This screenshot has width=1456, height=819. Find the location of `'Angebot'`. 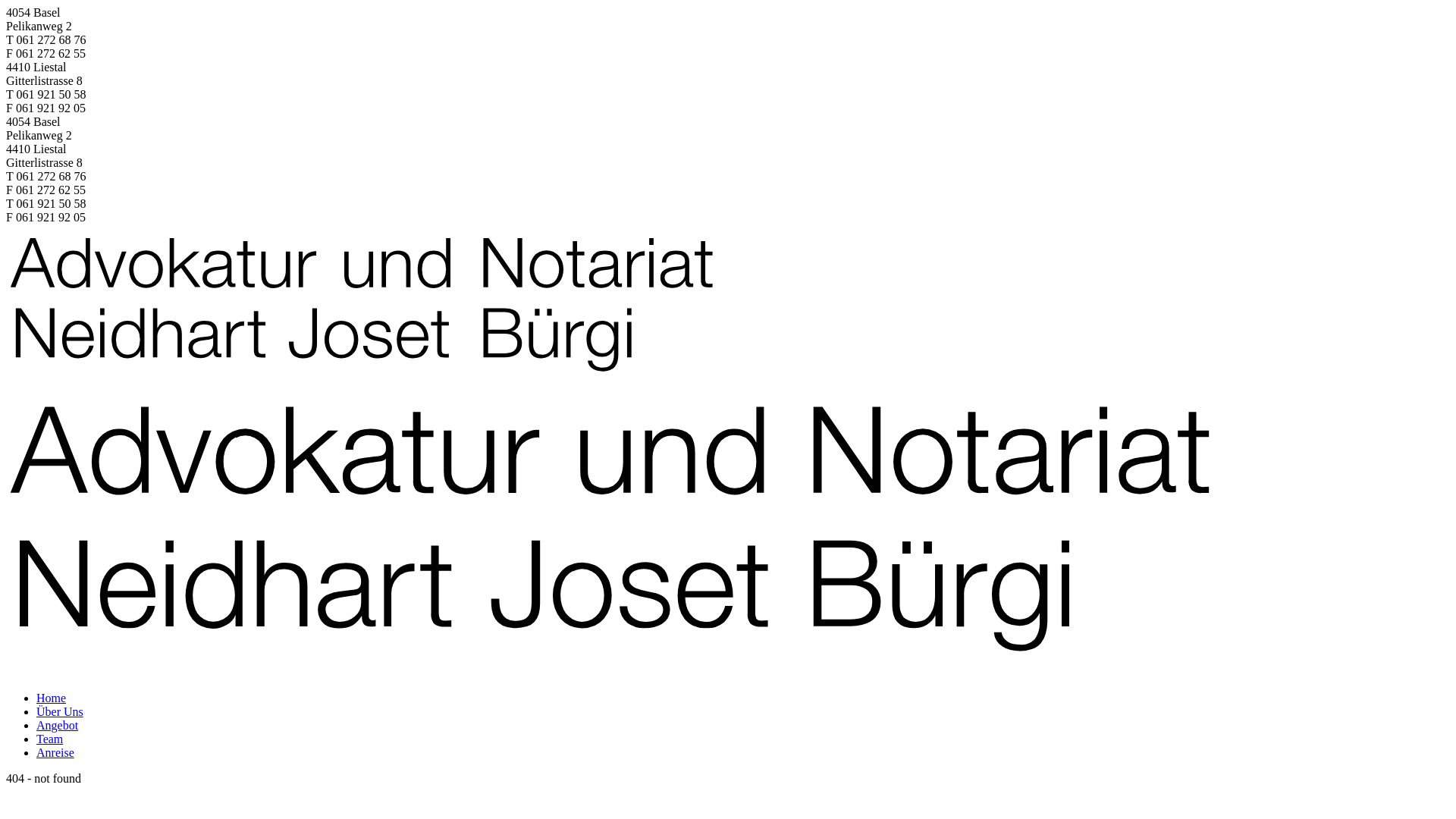

'Angebot' is located at coordinates (57, 724).